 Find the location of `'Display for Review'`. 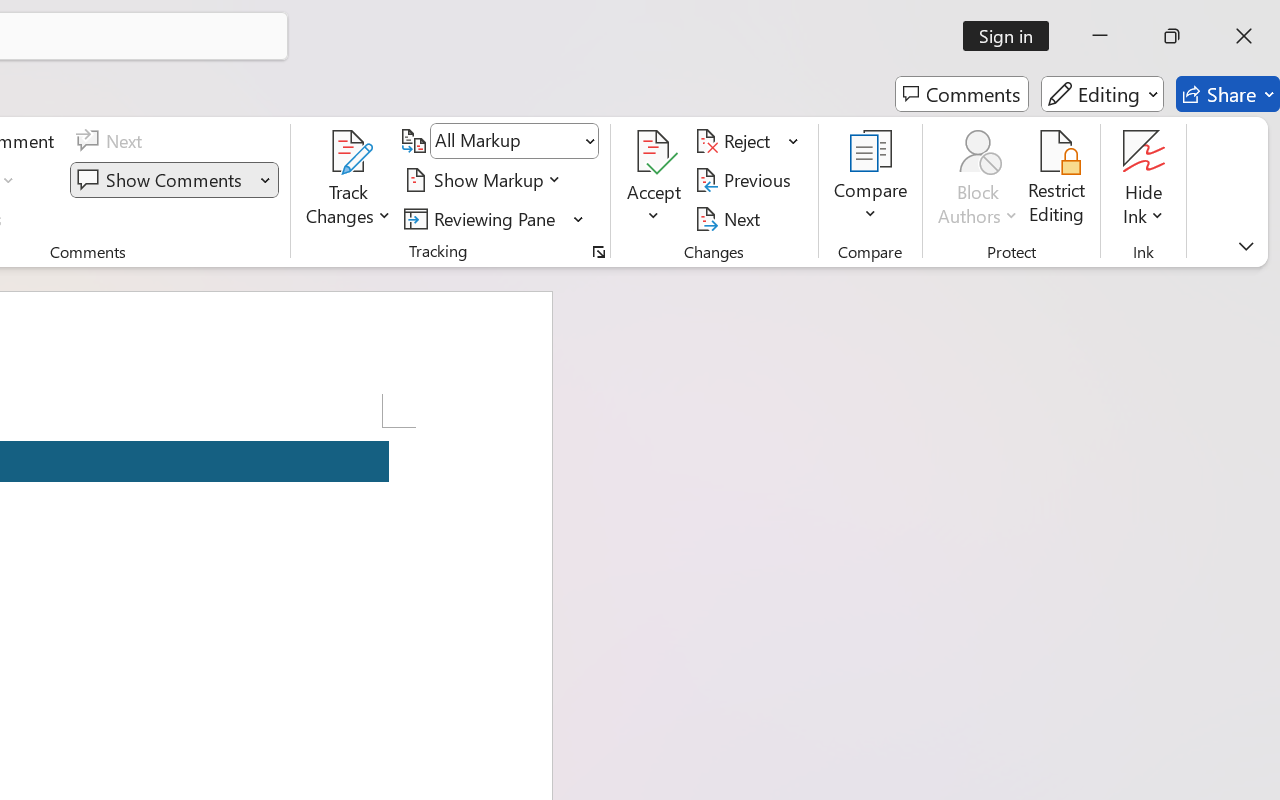

'Display for Review' is located at coordinates (514, 141).